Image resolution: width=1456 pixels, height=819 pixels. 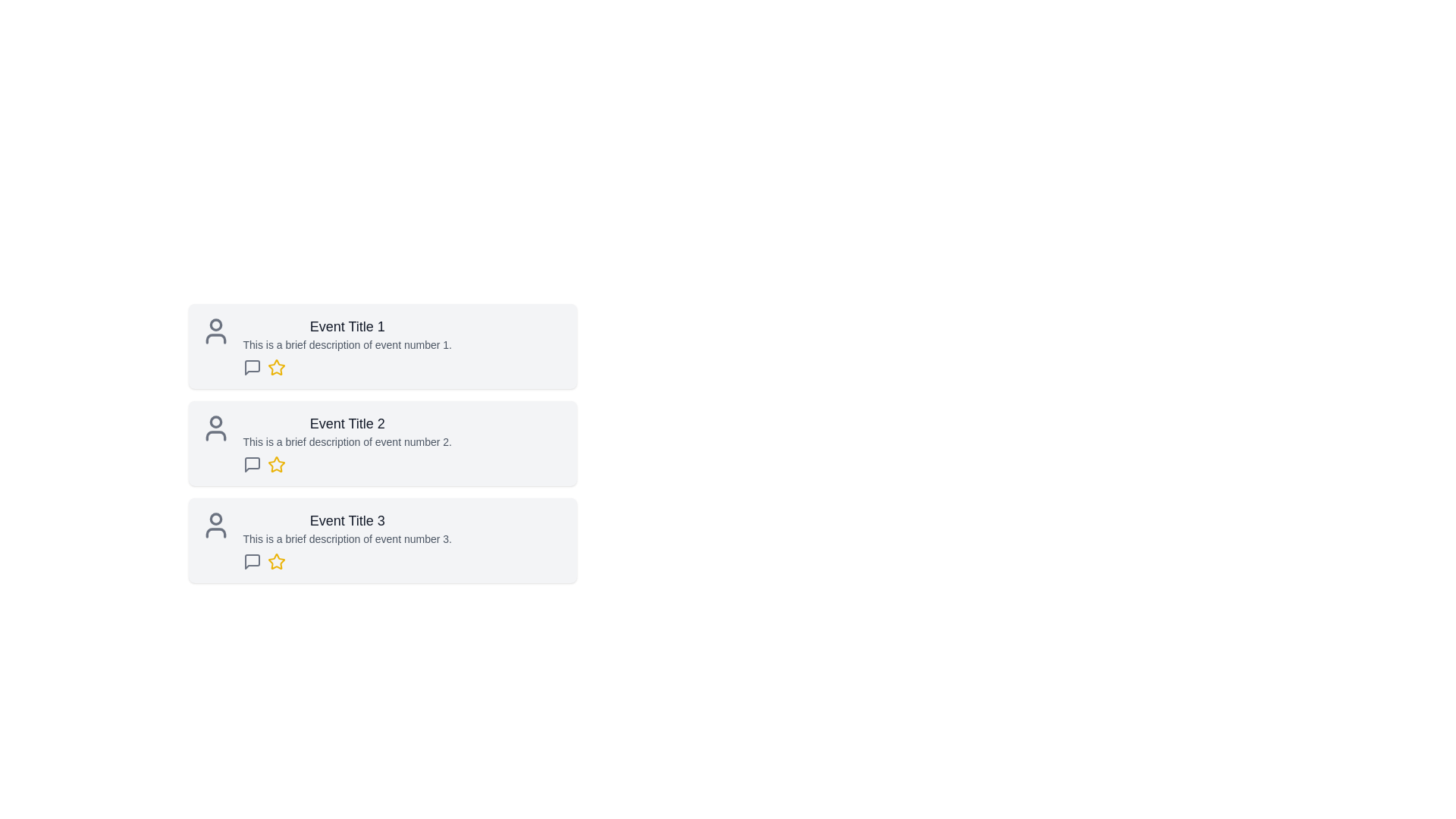 I want to click on the Avatar icon, which is a circular icon with a stylized user silhouette in gray, located at the top left corner of the 'Event Title 2' card, so click(x=215, y=428).